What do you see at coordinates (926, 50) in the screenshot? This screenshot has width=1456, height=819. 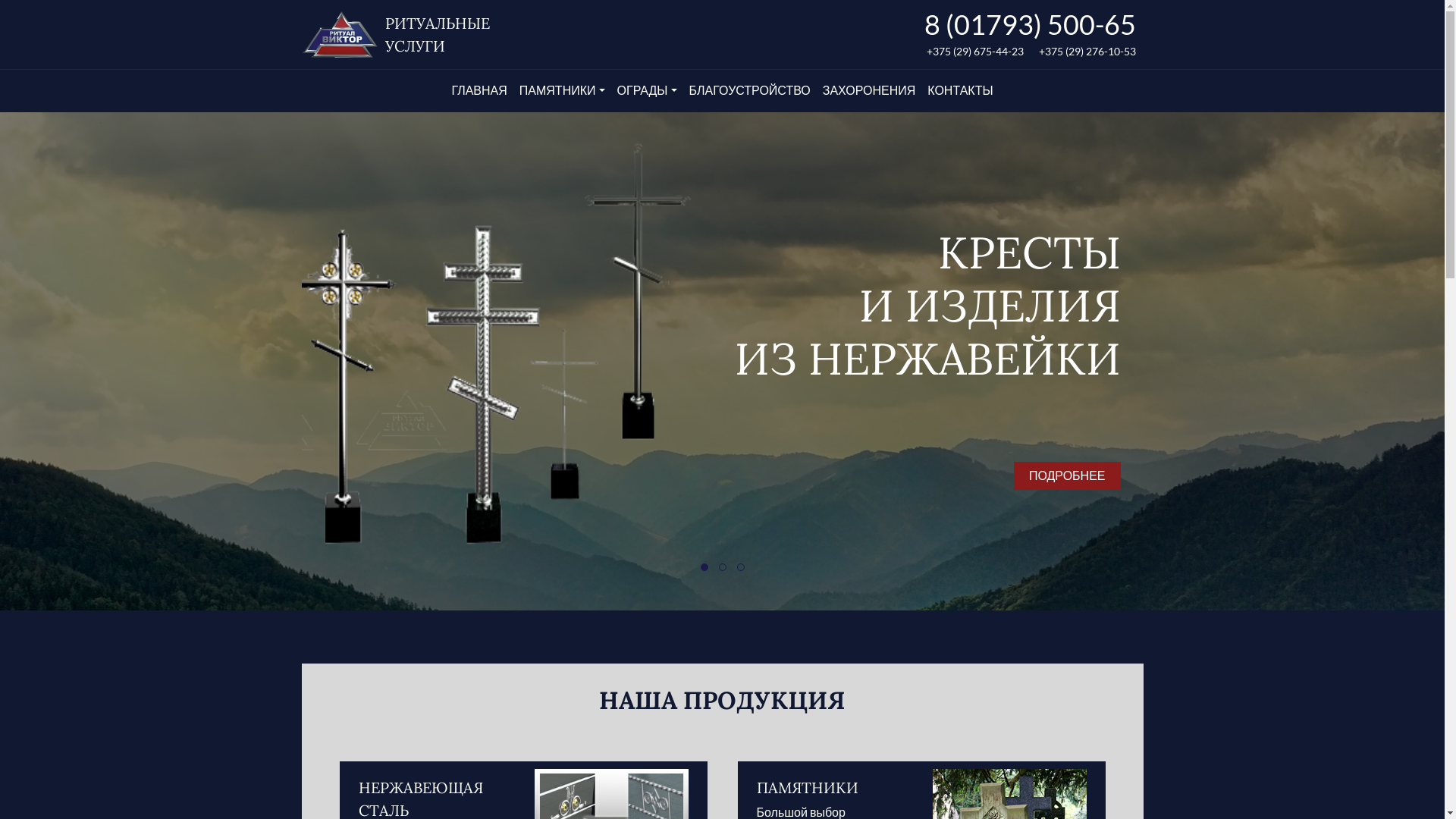 I see `'+375 (29) 675-44-23'` at bounding box center [926, 50].